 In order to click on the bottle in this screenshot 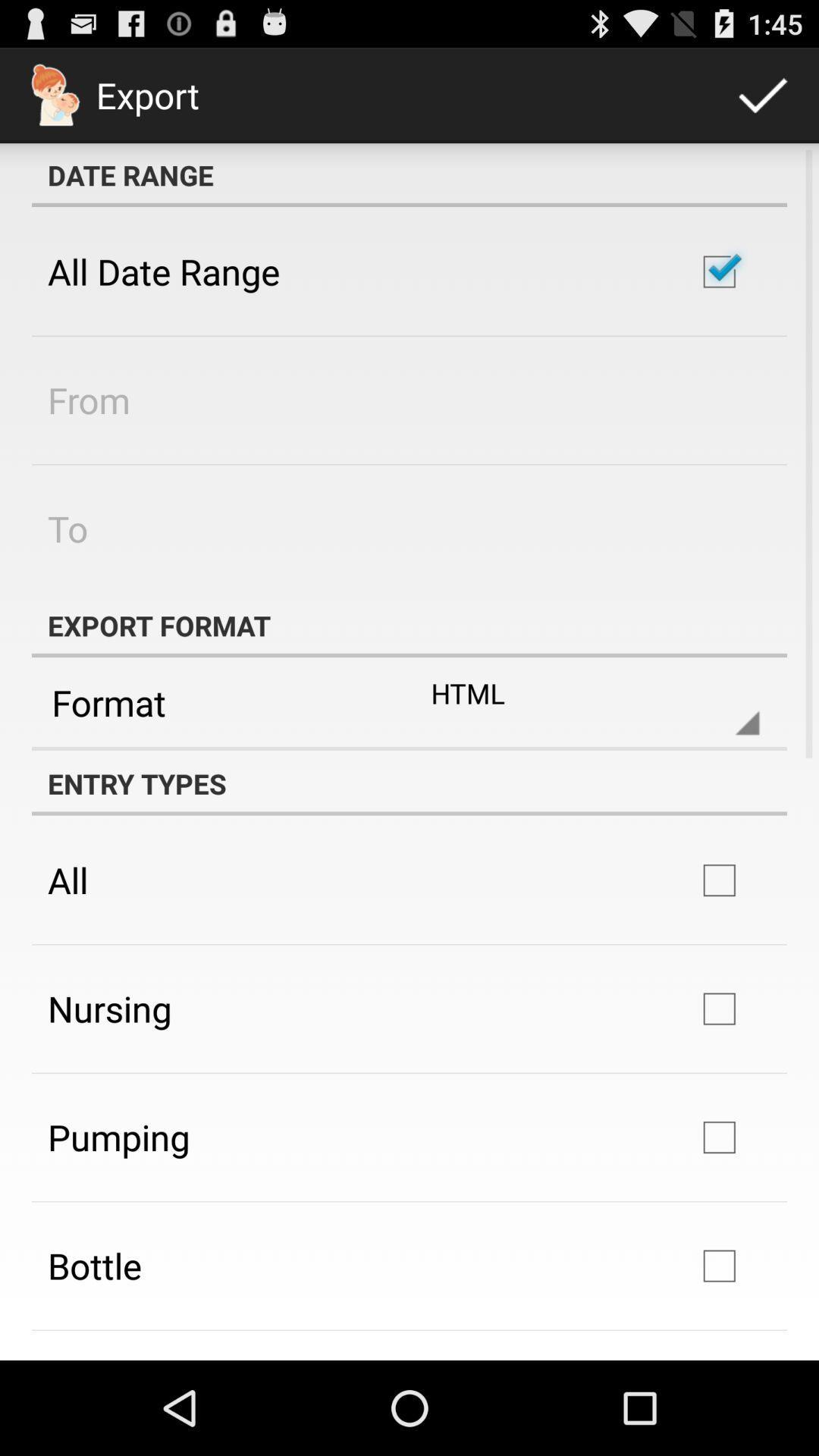, I will do `click(94, 1266)`.